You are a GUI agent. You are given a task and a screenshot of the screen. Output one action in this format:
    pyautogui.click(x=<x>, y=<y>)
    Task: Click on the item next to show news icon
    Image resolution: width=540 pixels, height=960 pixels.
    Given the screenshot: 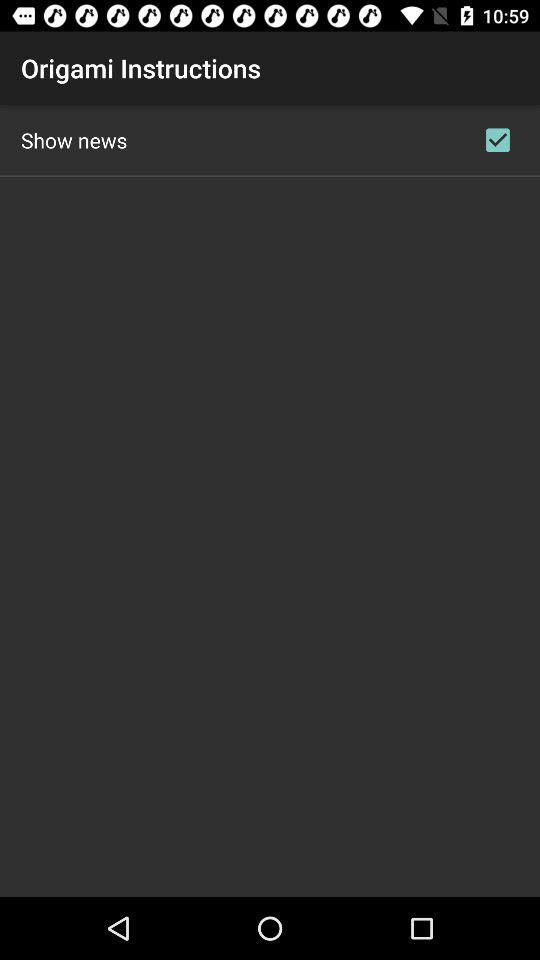 What is the action you would take?
    pyautogui.click(x=496, y=139)
    